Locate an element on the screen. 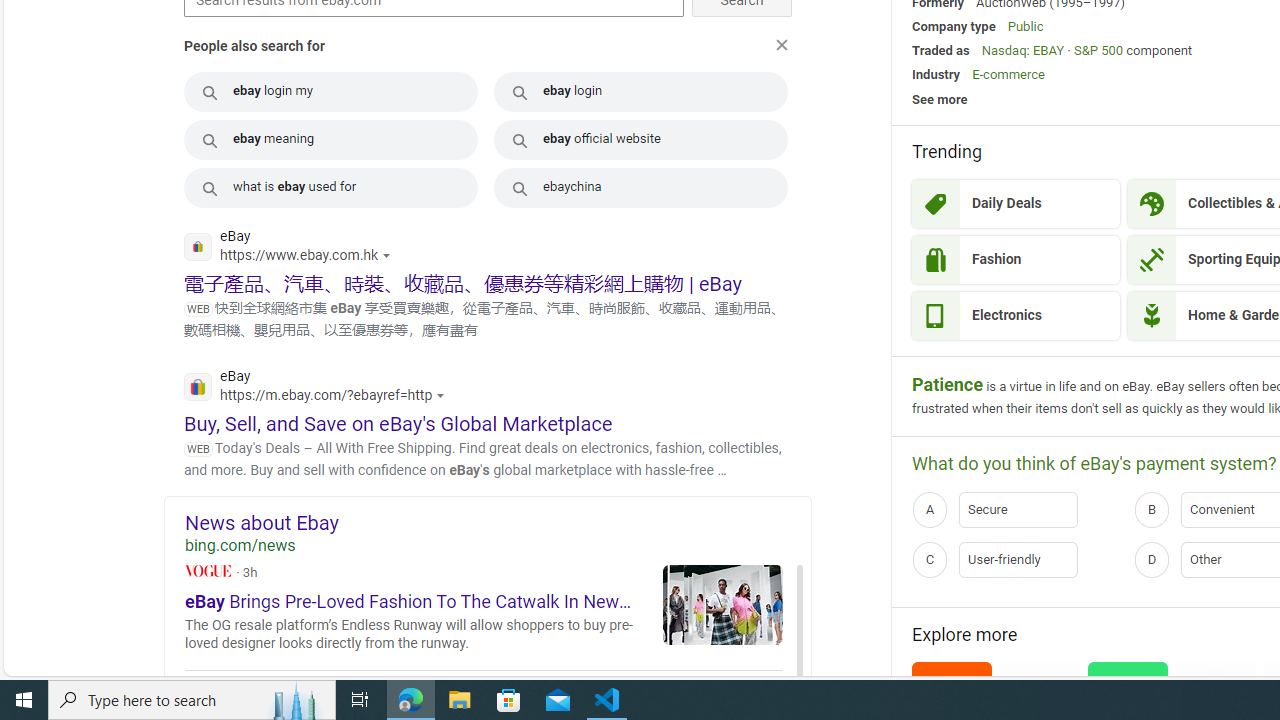  'Public' is located at coordinates (1025, 26).